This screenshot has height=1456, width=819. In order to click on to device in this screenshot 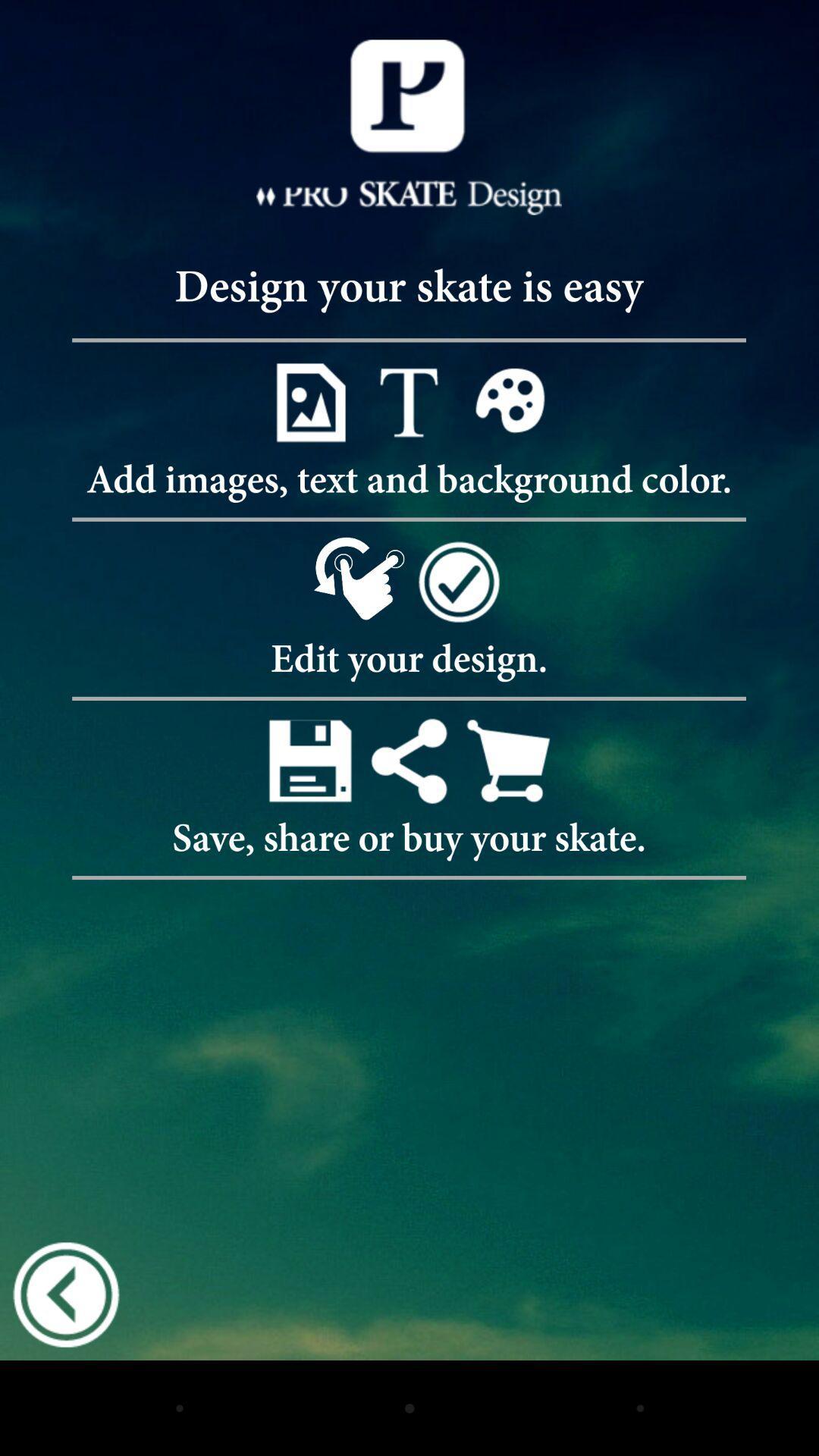, I will do `click(309, 761)`.